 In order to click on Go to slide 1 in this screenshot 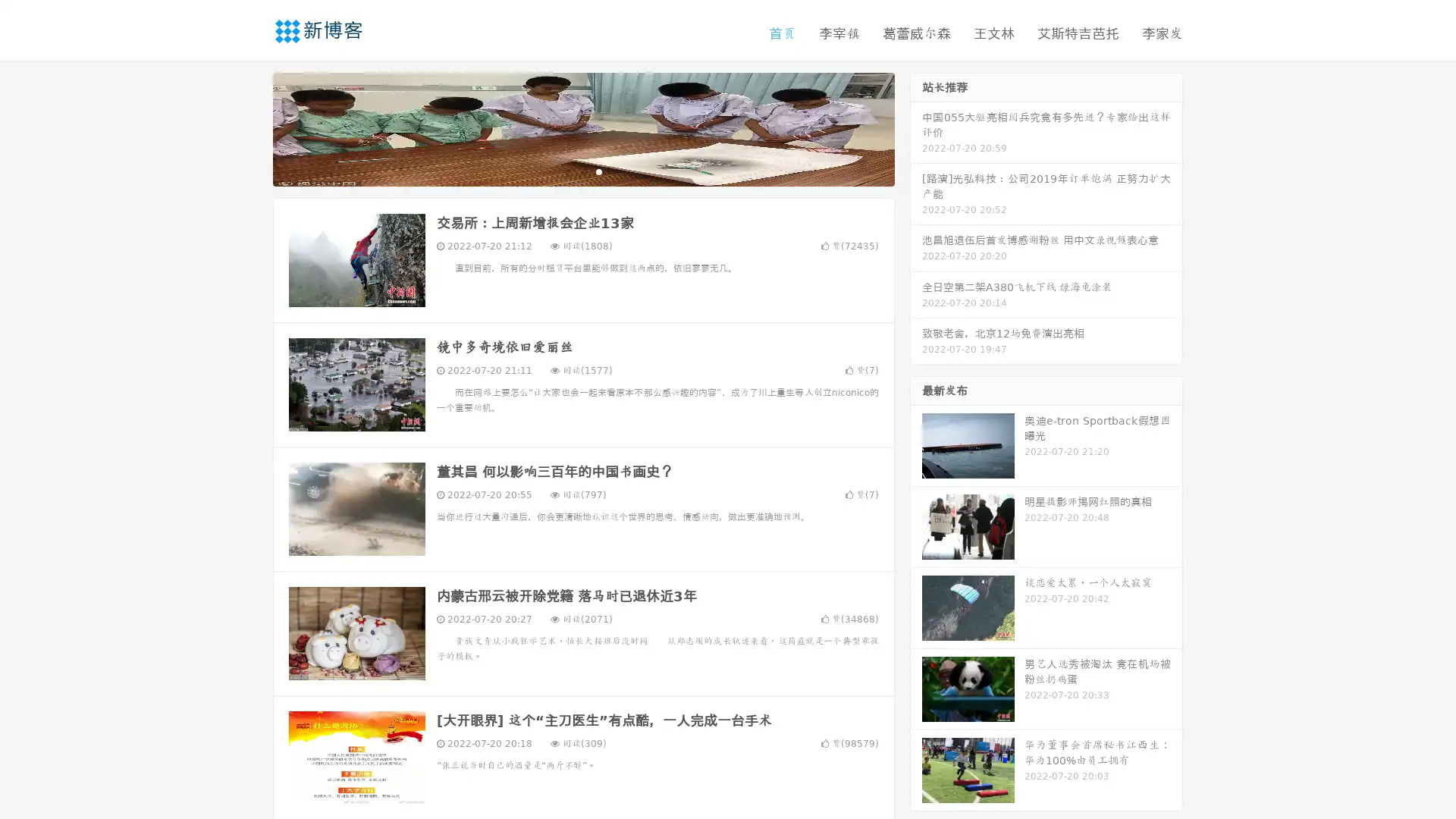, I will do `click(567, 171)`.